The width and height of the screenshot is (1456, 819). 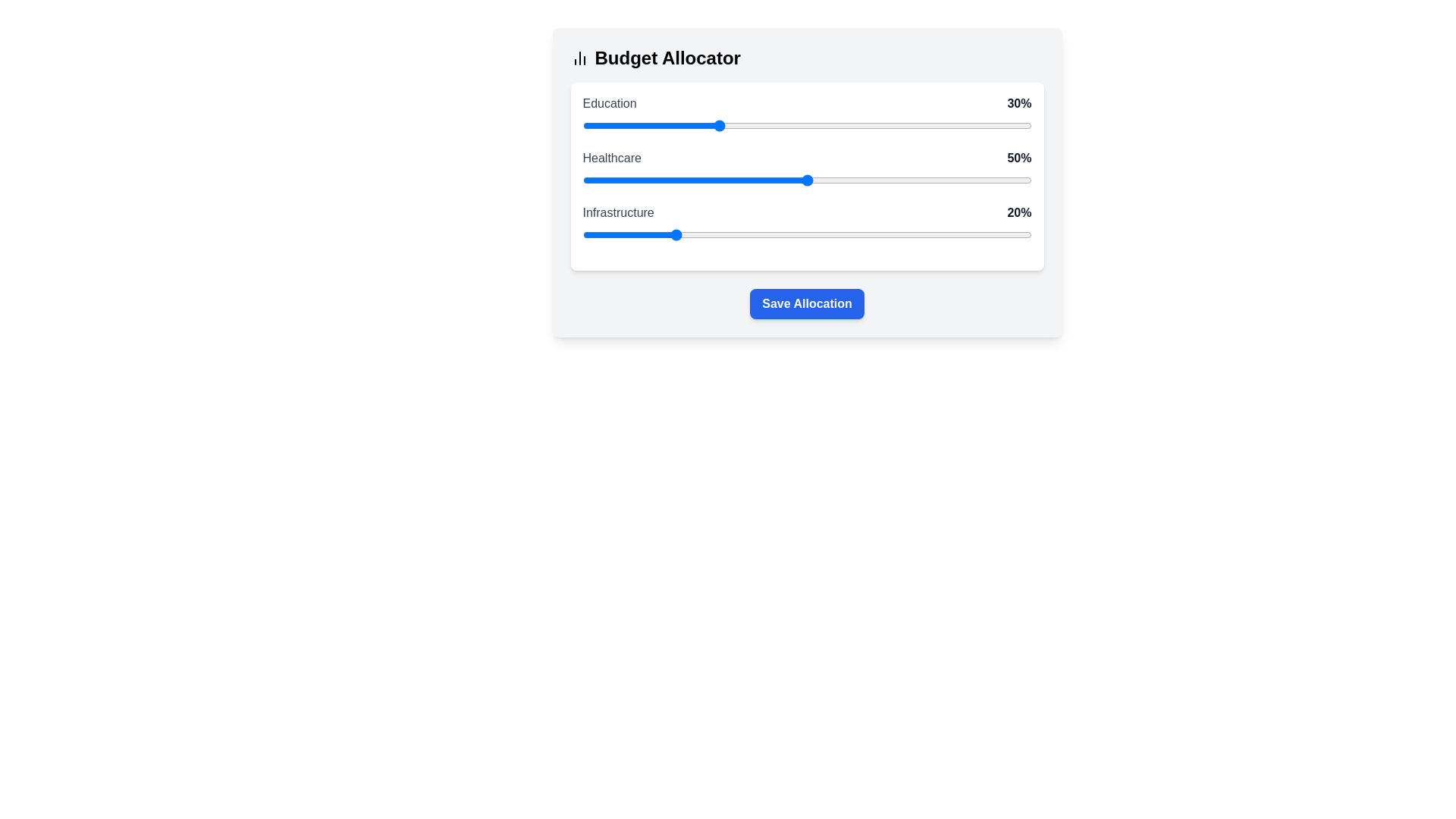 I want to click on infrastructure allocation, so click(x=698, y=234).